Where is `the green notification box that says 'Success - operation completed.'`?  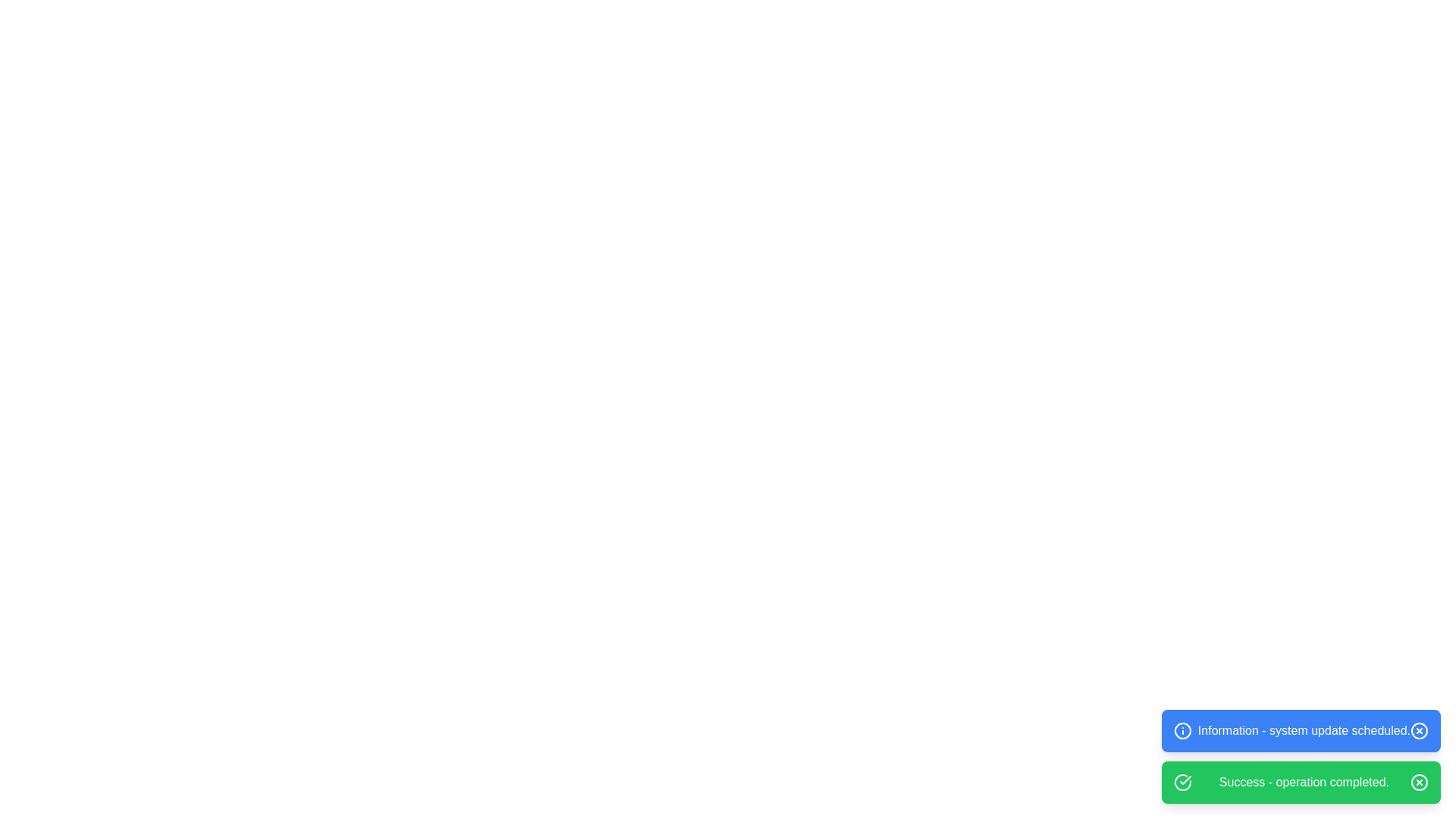
the green notification box that says 'Success - operation completed.' is located at coordinates (1300, 783).